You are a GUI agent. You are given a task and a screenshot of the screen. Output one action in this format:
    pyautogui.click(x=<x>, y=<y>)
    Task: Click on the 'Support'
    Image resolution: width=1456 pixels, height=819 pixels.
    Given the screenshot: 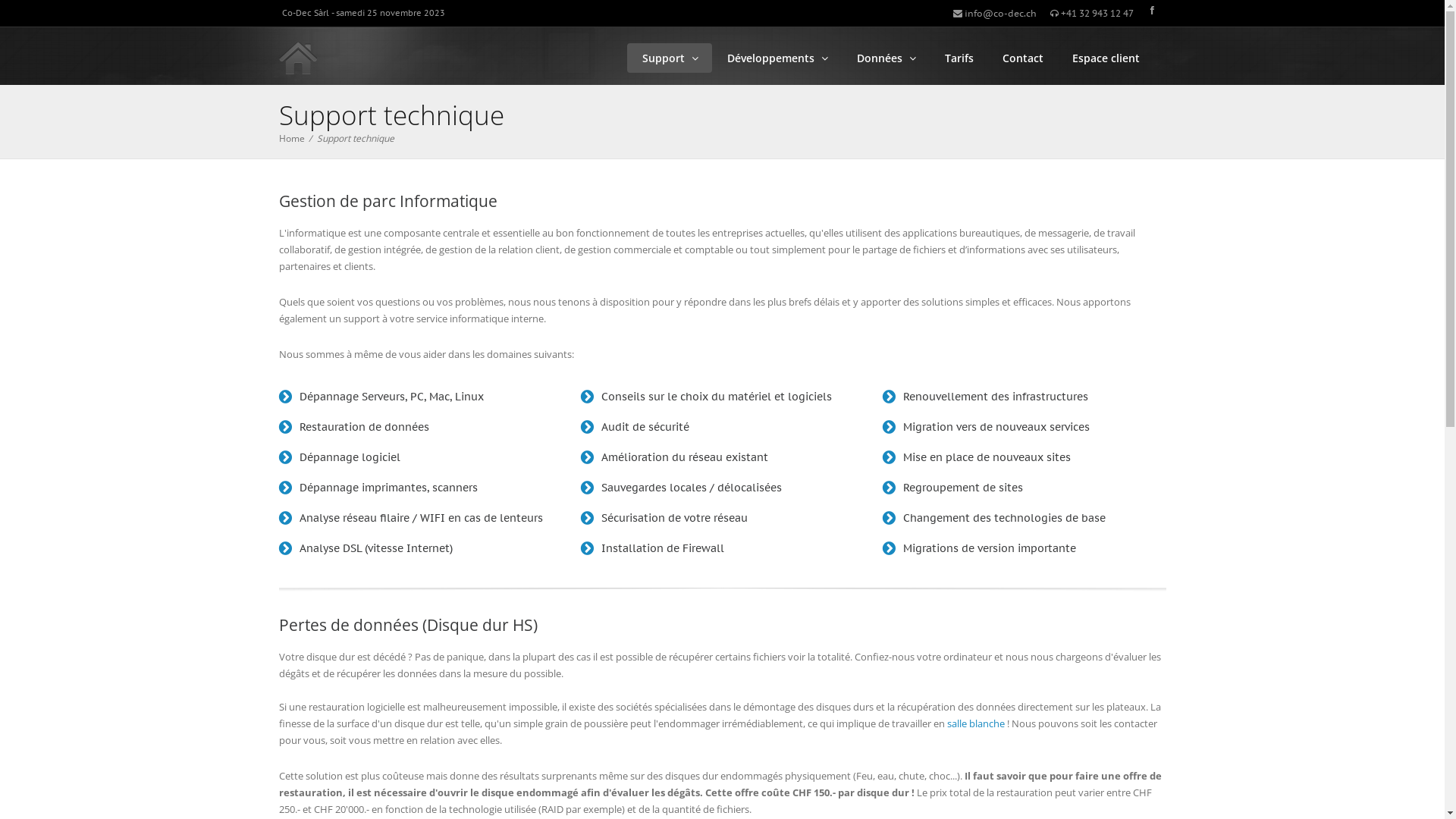 What is the action you would take?
    pyautogui.click(x=626, y=57)
    